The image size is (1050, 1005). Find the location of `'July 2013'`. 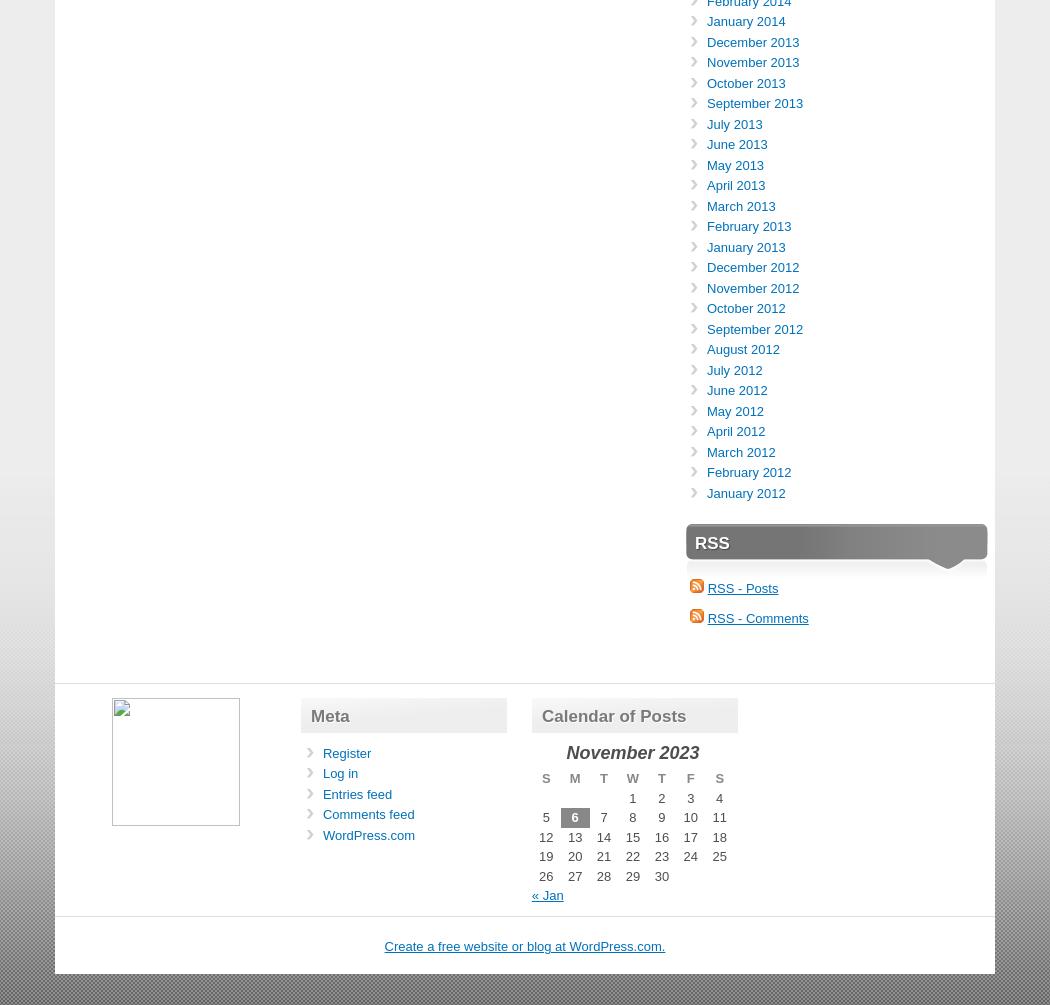

'July 2013' is located at coordinates (706, 123).